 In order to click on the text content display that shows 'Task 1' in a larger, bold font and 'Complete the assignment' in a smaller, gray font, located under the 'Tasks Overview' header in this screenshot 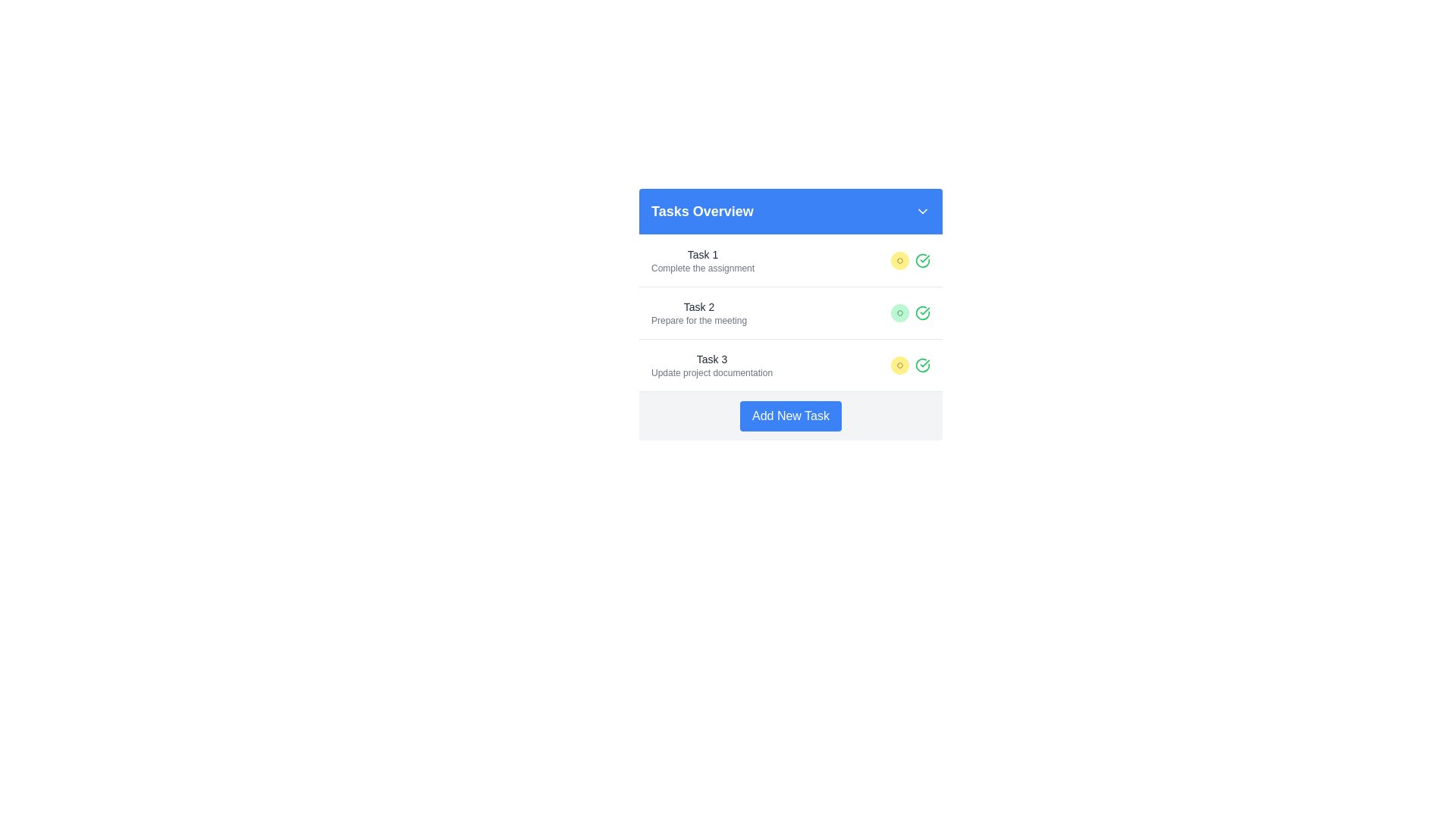, I will do `click(701, 259)`.